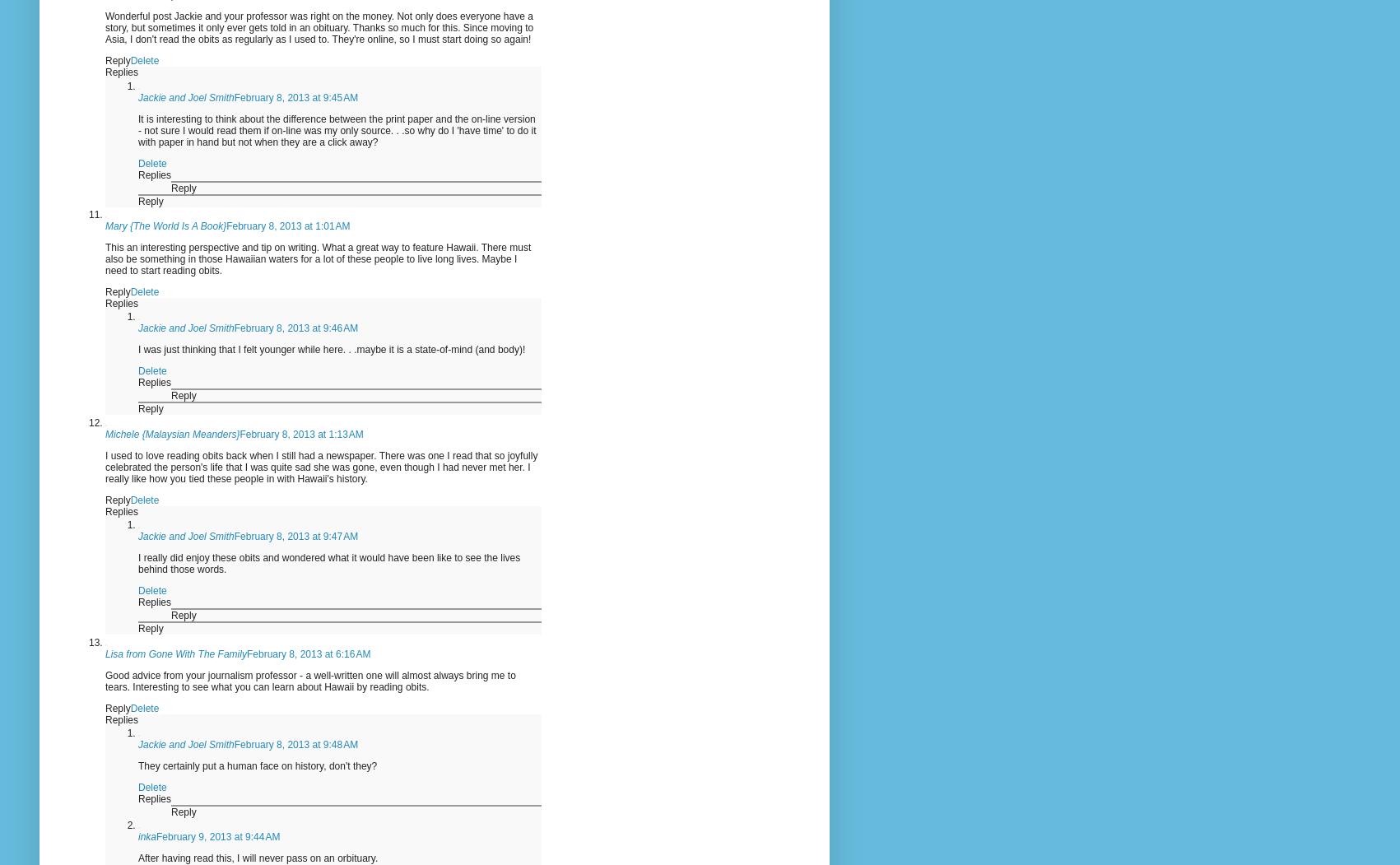  Describe the element at coordinates (258, 858) in the screenshot. I see `'After having read this, I will never pass on an orbituary.'` at that location.